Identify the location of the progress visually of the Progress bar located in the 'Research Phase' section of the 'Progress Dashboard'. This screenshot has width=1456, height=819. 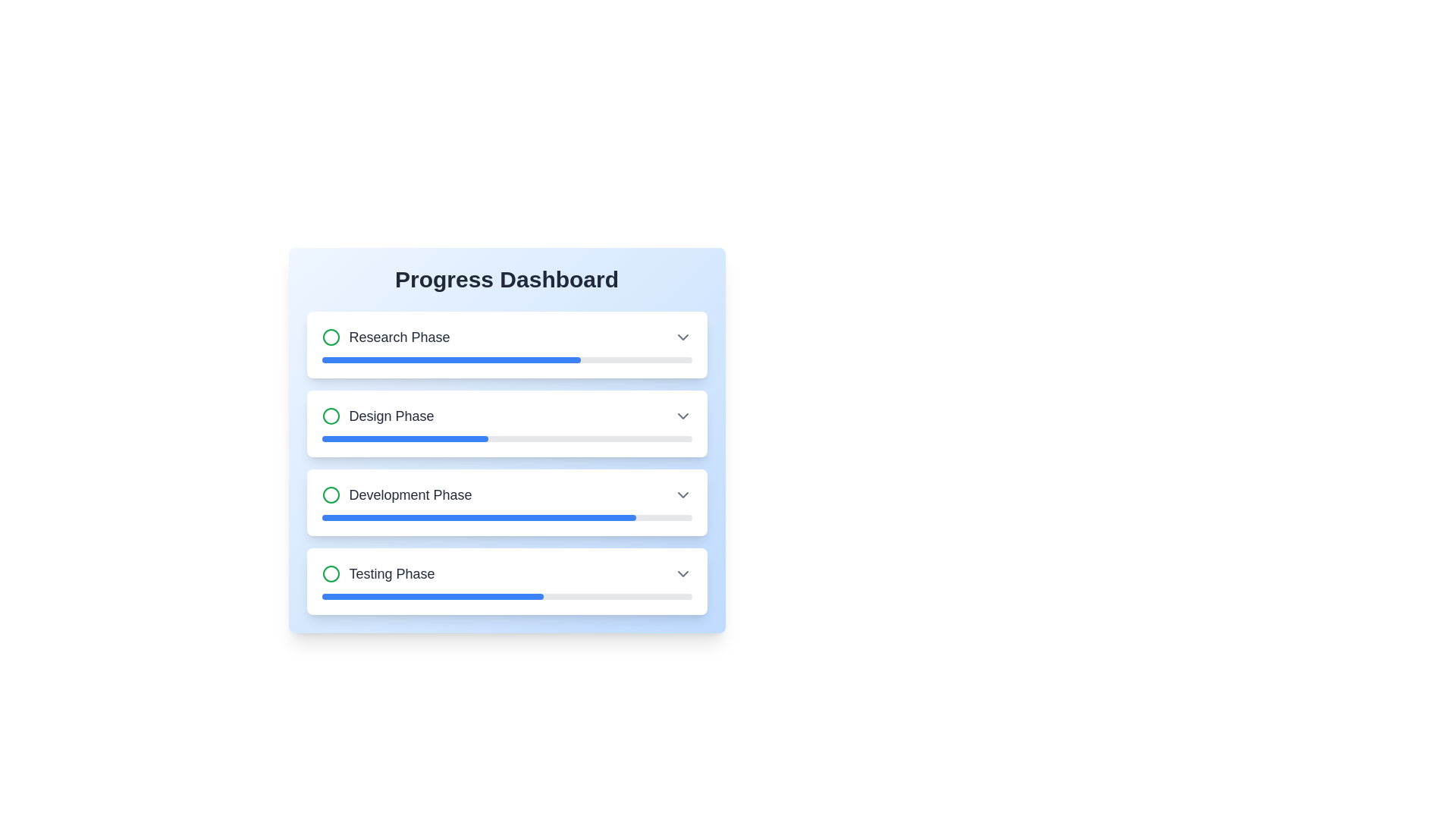
(450, 359).